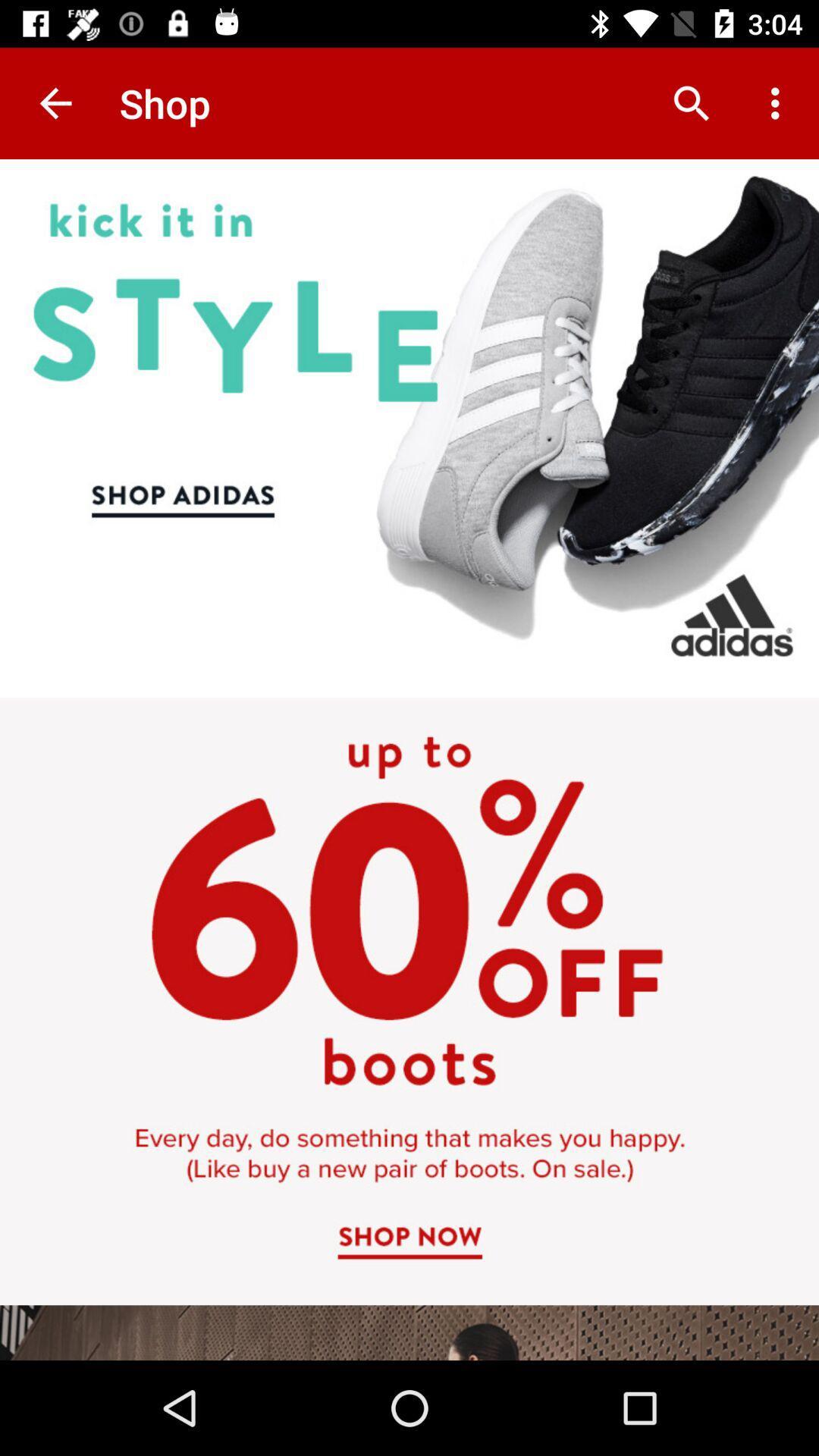 This screenshot has width=819, height=1456. Describe the element at coordinates (409, 760) in the screenshot. I see `shopping image page` at that location.